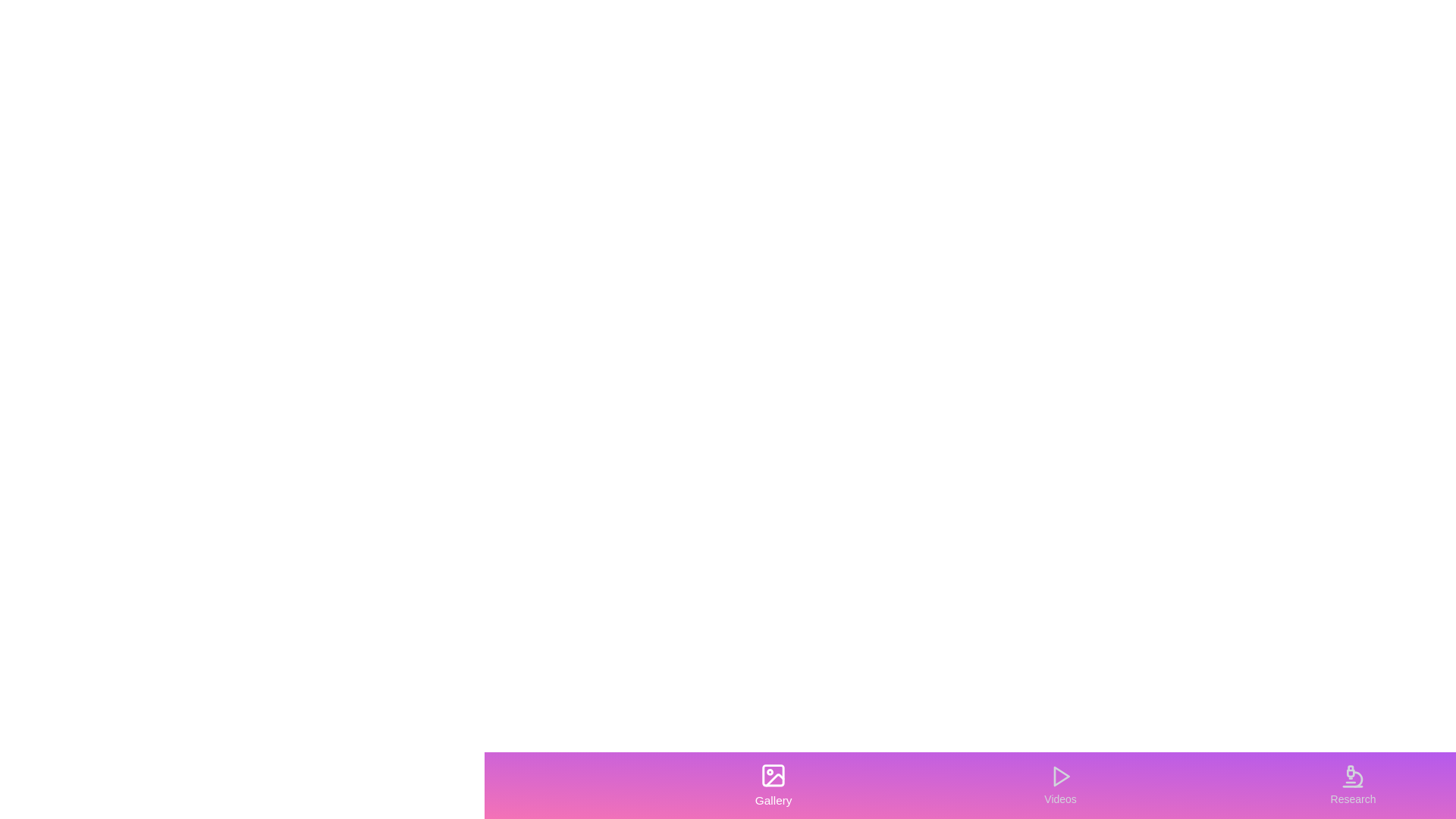 This screenshot has height=819, width=1456. I want to click on the icon in the Videos tab, so click(1059, 785).